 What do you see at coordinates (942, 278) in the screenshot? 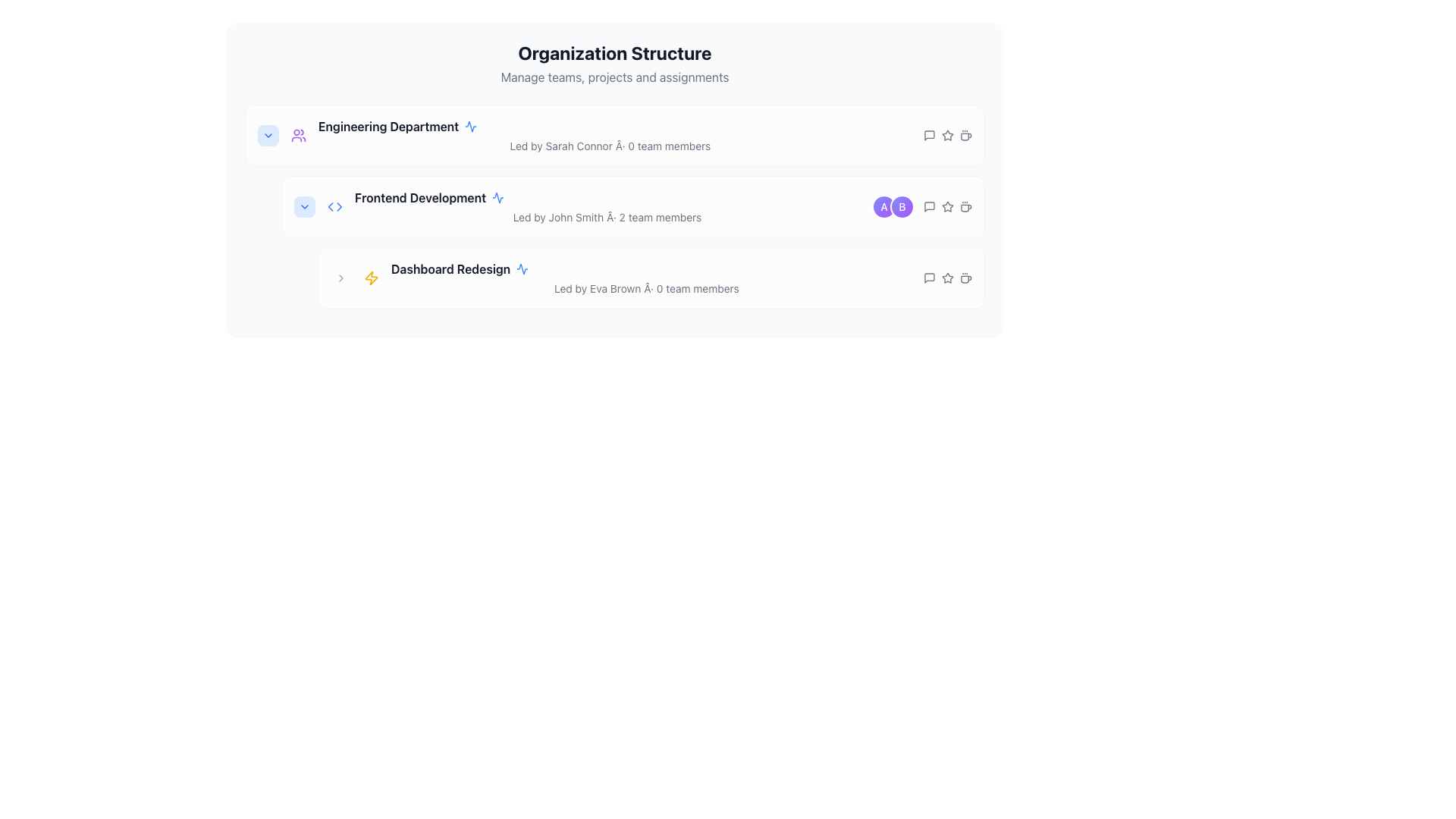
I see `the third star icon` at bounding box center [942, 278].